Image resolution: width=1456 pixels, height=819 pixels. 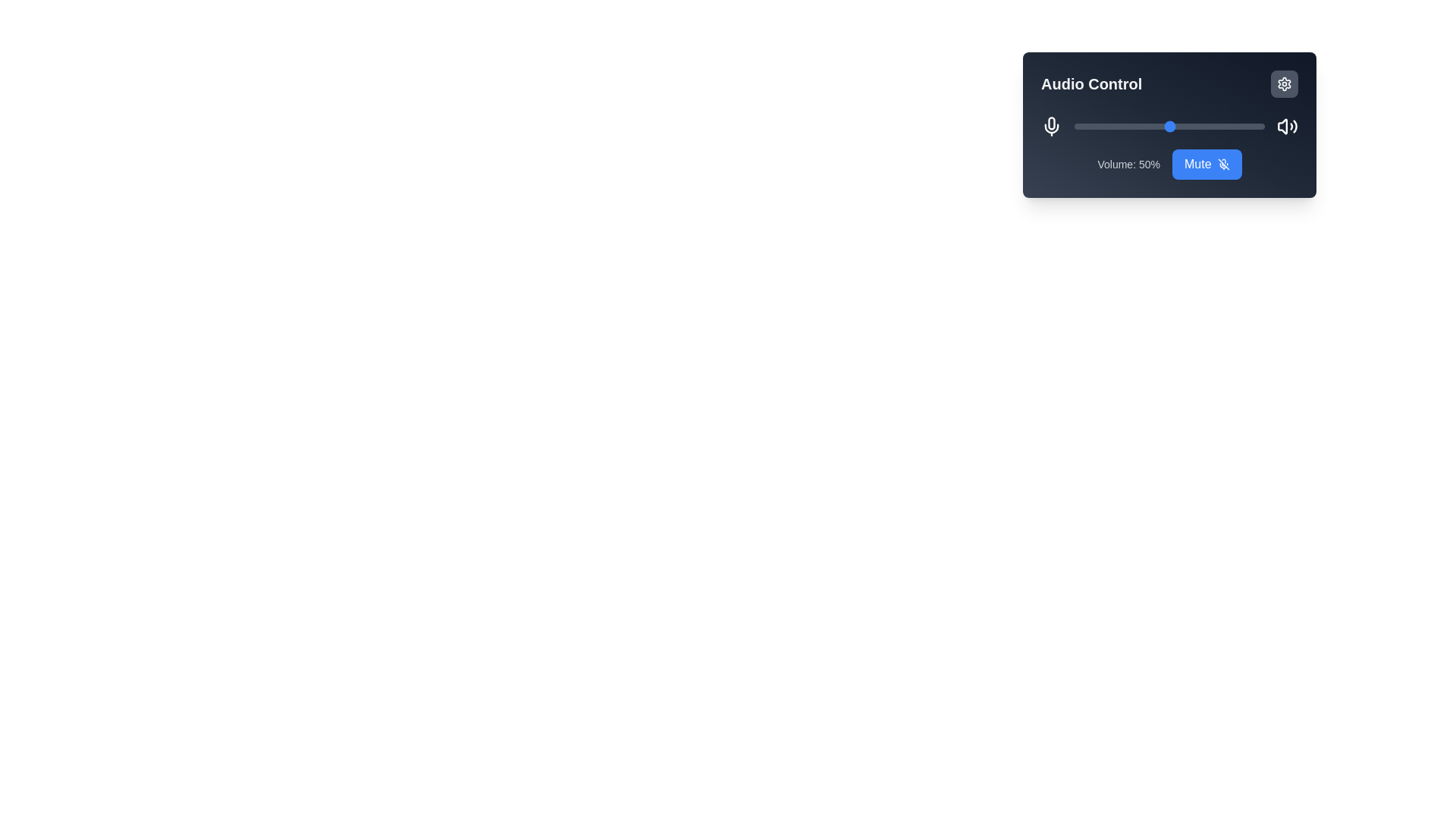 I want to click on the audio volume, so click(x=1112, y=125).